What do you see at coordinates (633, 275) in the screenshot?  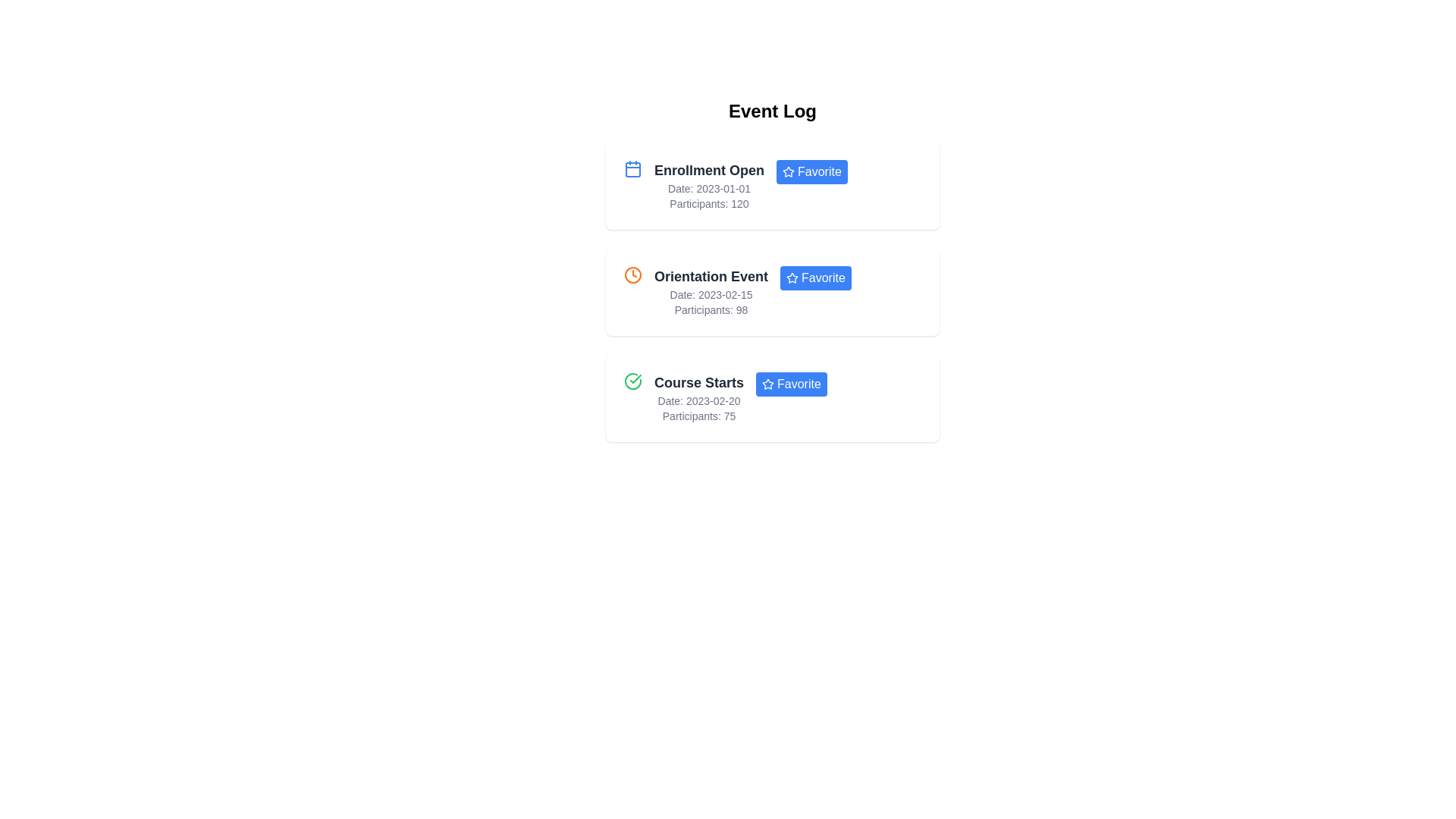 I see `the time/date icon located on the left side of the 'Orientation Event' card in the Event Log, positioned near the top-left corner of the card` at bounding box center [633, 275].